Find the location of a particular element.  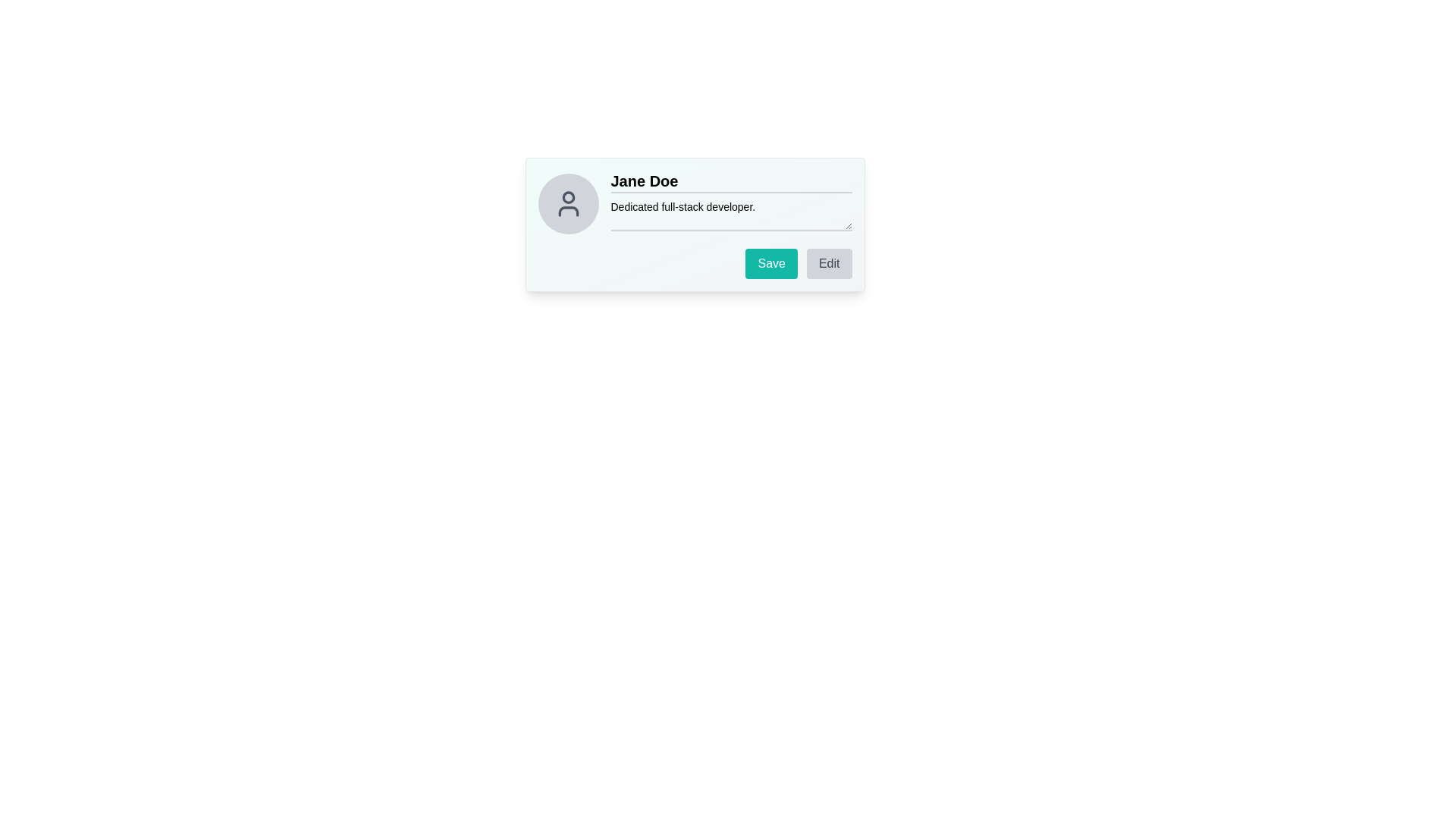

the decorative circular graphic element that represents the head of the user icon, positioned at the top-center of the profile image is located at coordinates (567, 196).